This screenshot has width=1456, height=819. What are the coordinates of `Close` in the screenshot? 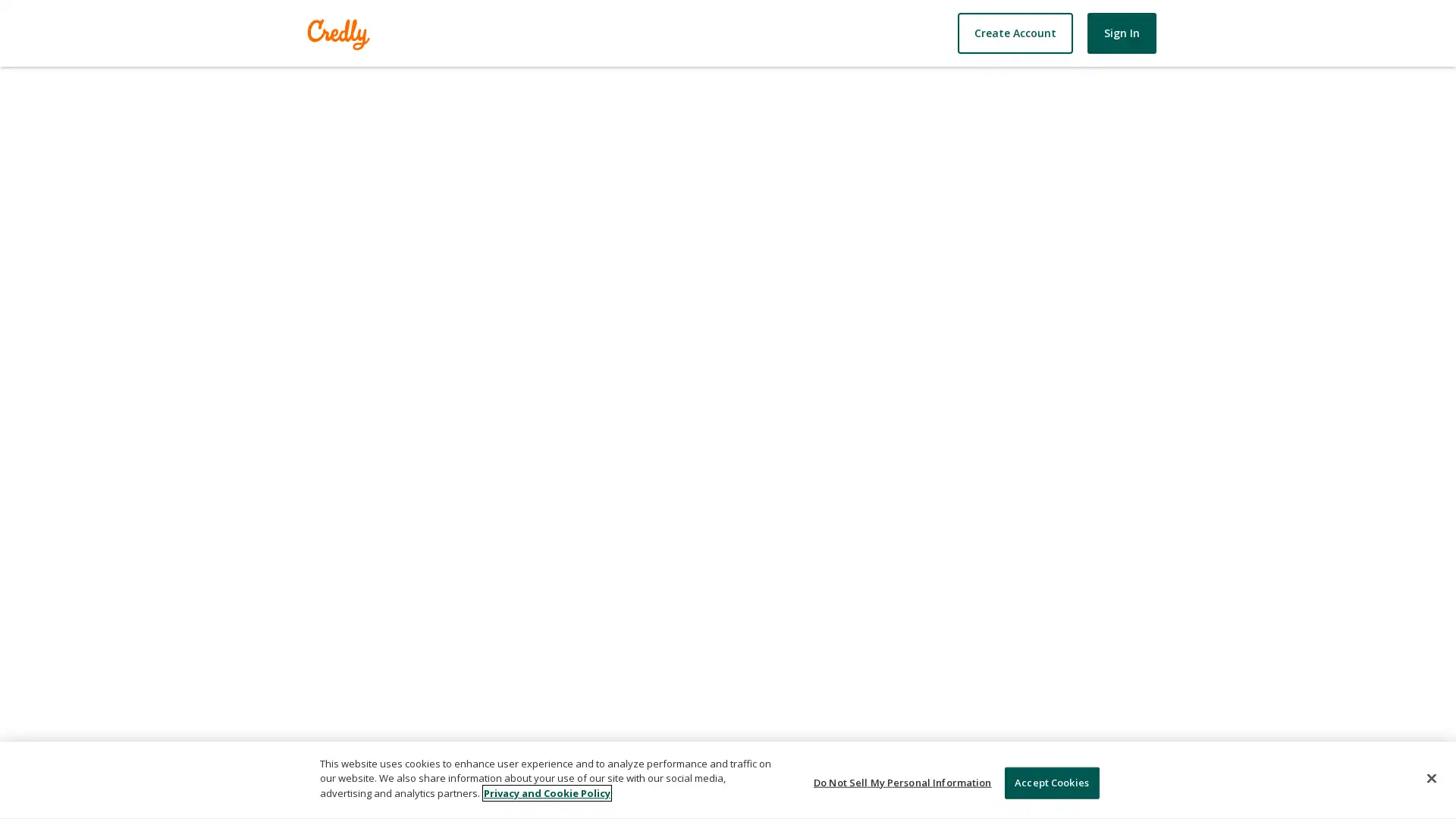 It's located at (1430, 778).